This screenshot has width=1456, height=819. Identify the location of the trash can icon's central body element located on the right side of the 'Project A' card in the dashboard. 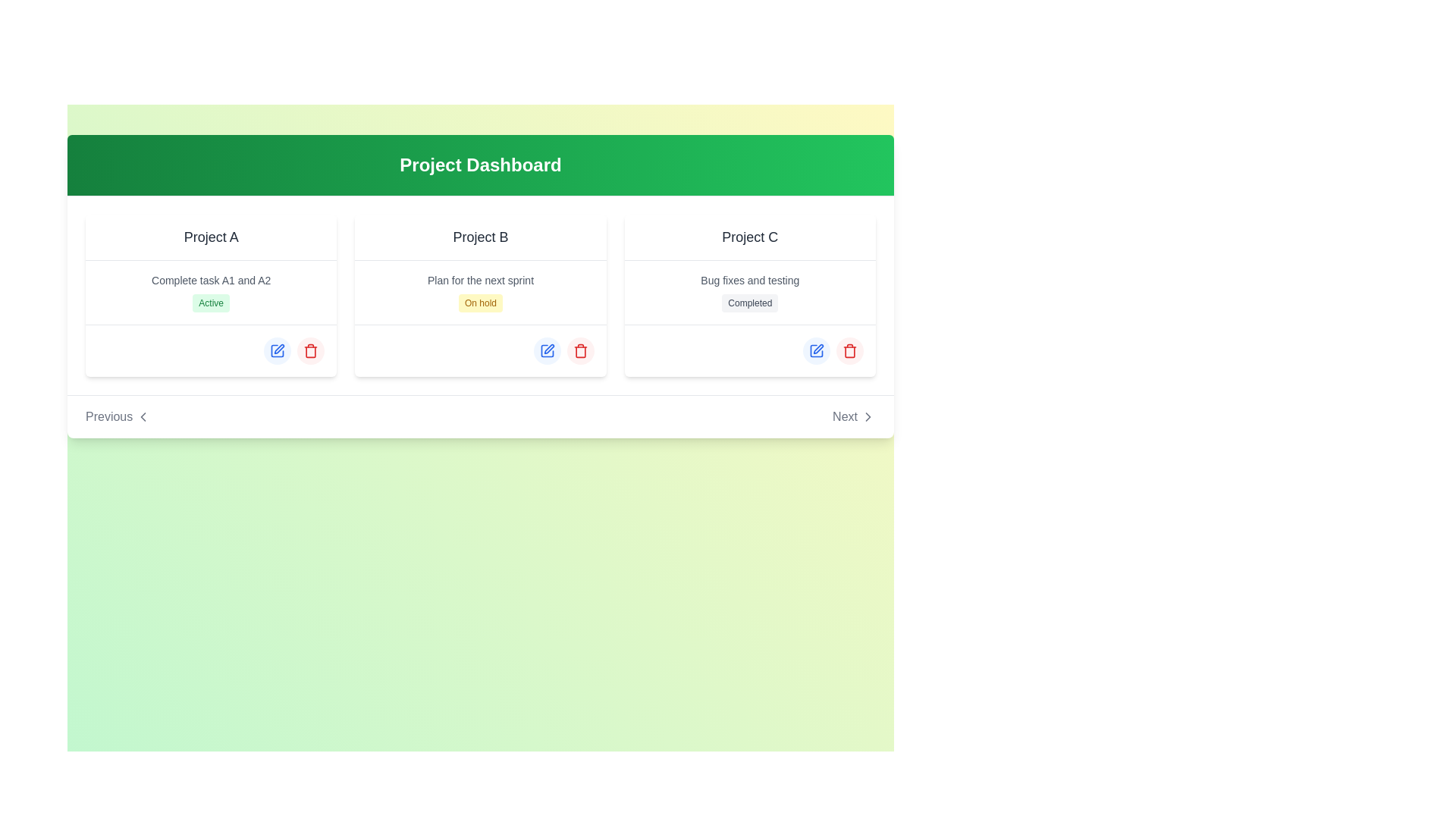
(310, 352).